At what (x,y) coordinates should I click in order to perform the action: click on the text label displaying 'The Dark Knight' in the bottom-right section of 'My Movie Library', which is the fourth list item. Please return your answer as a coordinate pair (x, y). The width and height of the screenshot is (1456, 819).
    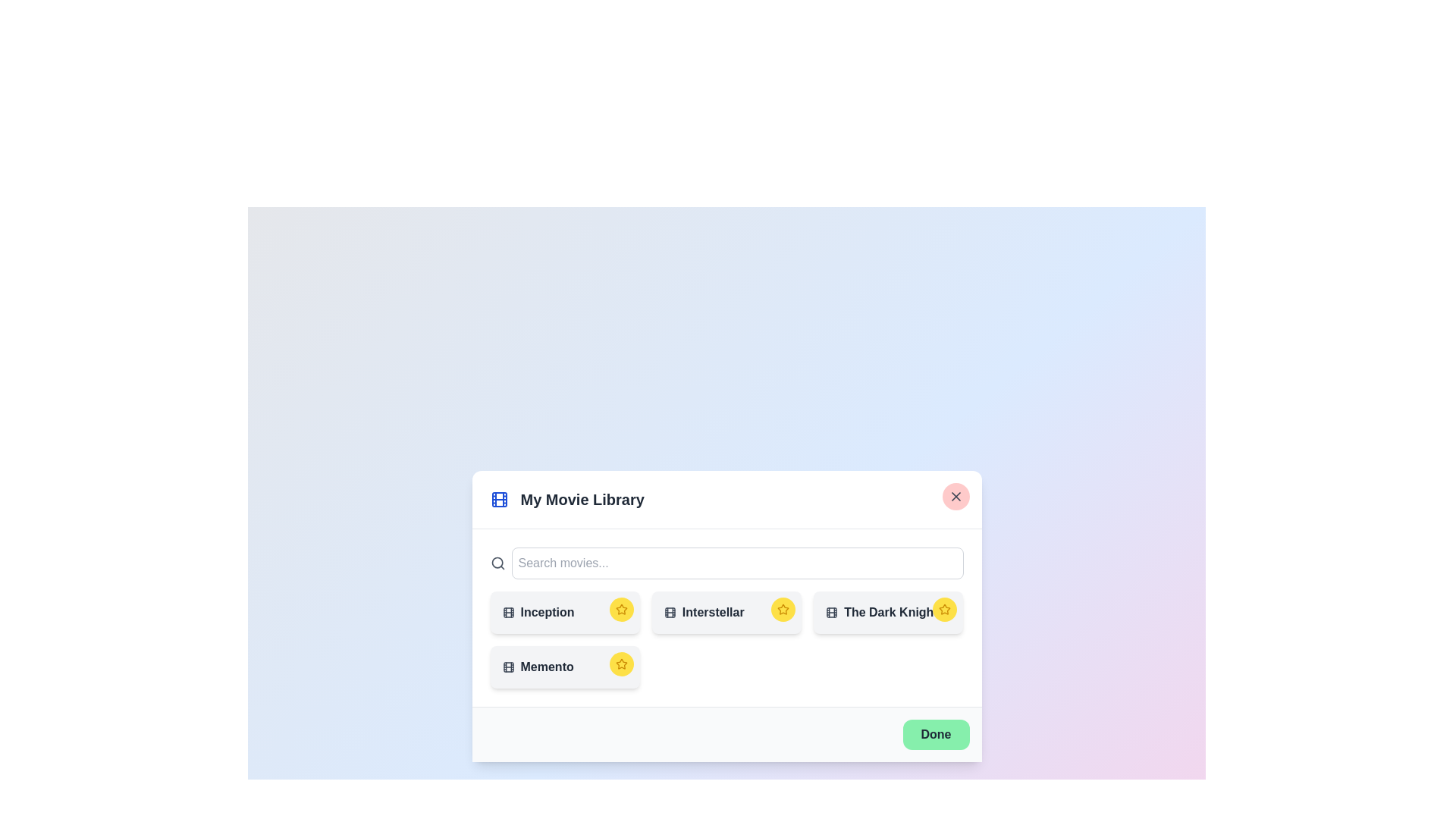
    Looking at the image, I should click on (888, 611).